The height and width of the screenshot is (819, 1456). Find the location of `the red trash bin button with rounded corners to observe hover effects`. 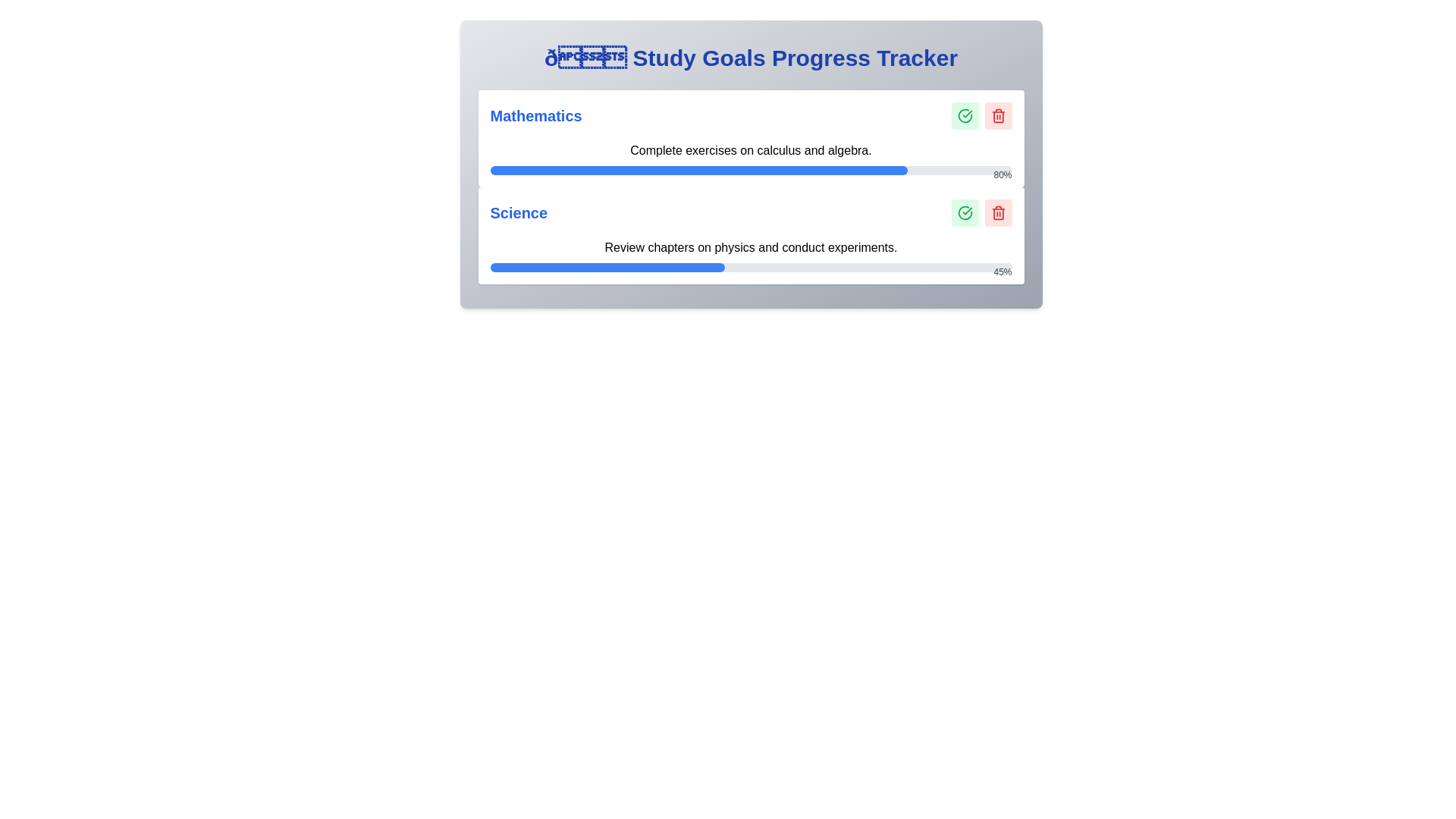

the red trash bin button with rounded corners to observe hover effects is located at coordinates (998, 115).